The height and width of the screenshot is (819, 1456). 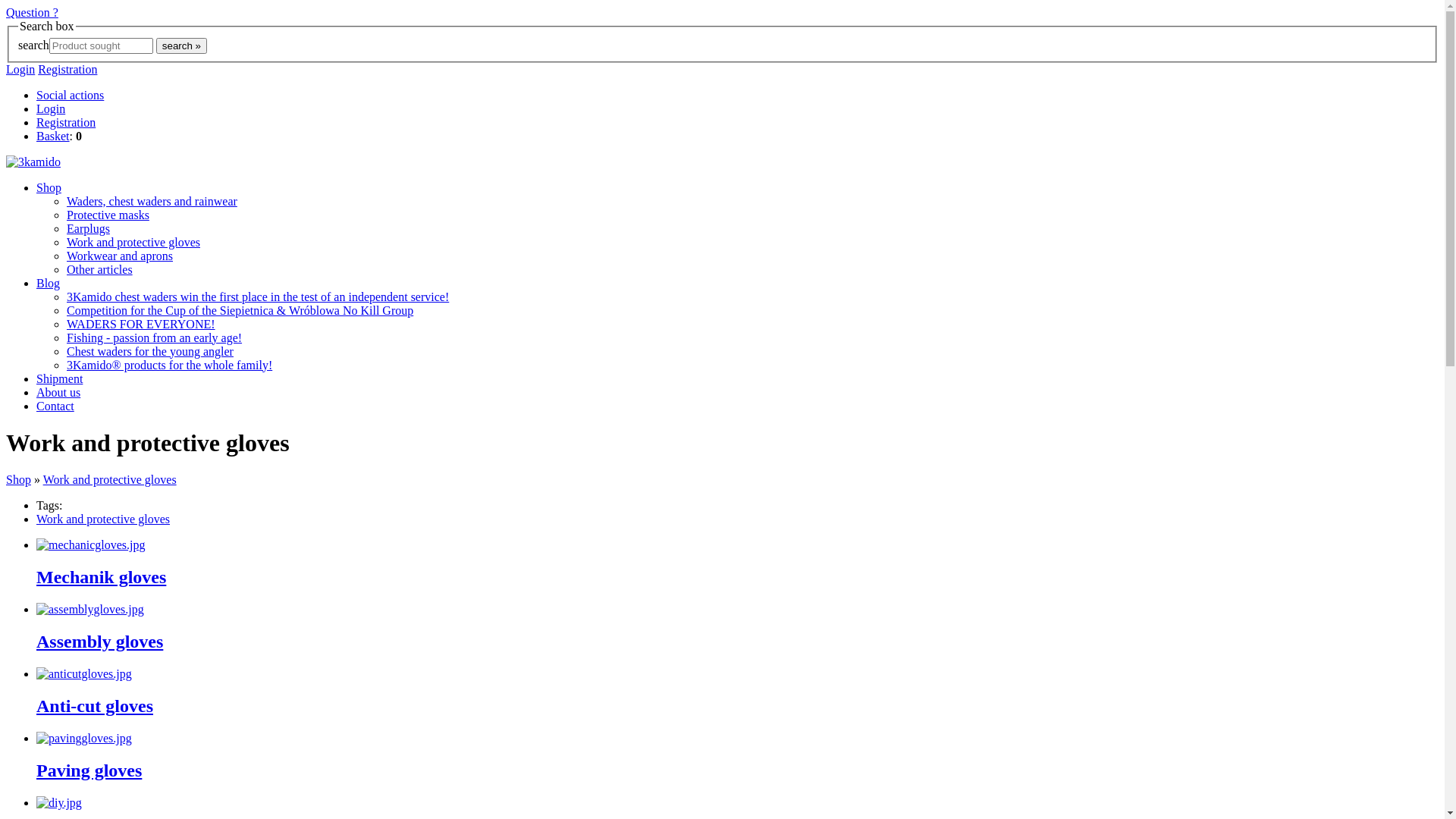 What do you see at coordinates (119, 255) in the screenshot?
I see `'Workwear and aprons'` at bounding box center [119, 255].